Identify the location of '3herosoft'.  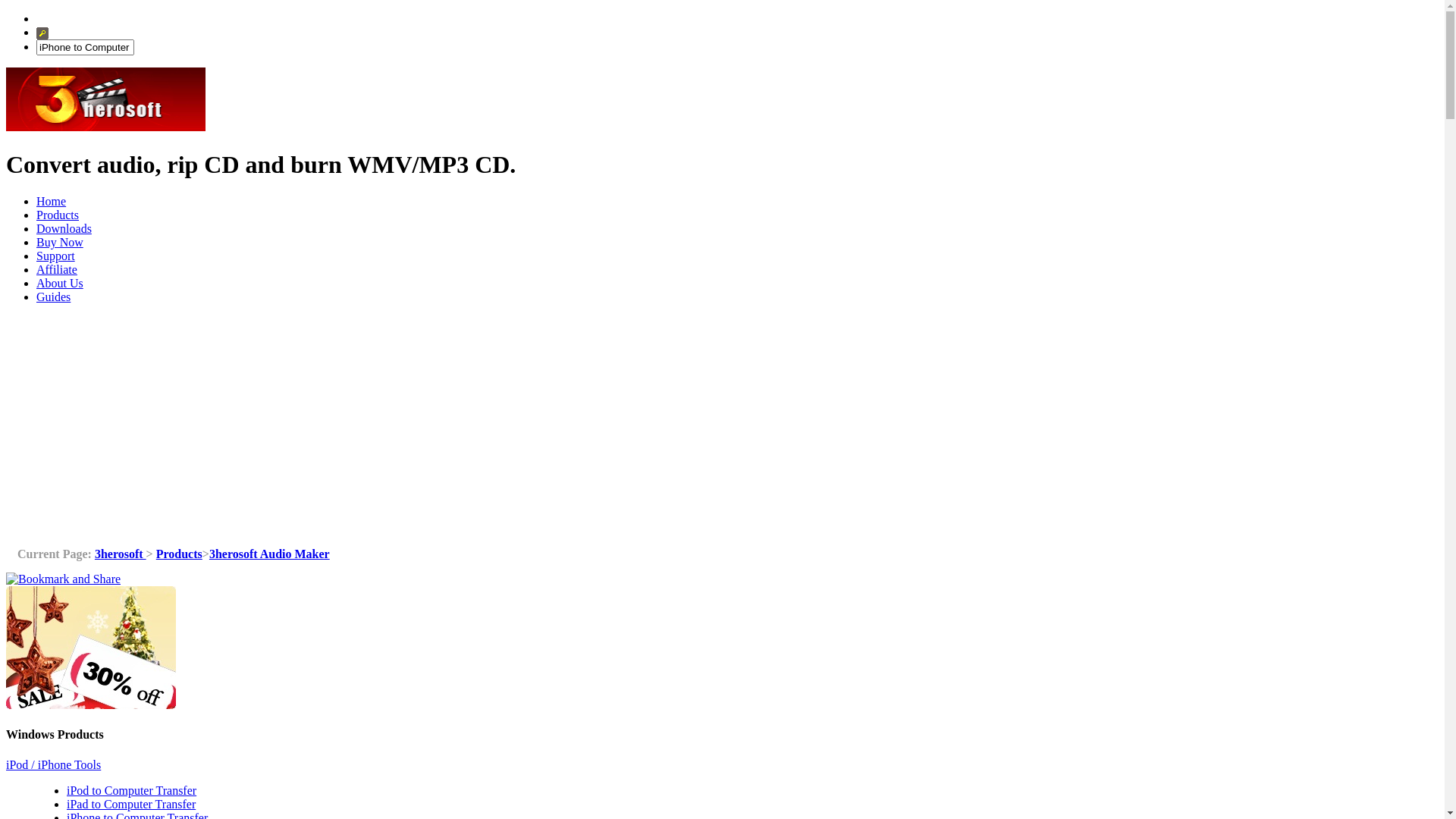
(119, 554).